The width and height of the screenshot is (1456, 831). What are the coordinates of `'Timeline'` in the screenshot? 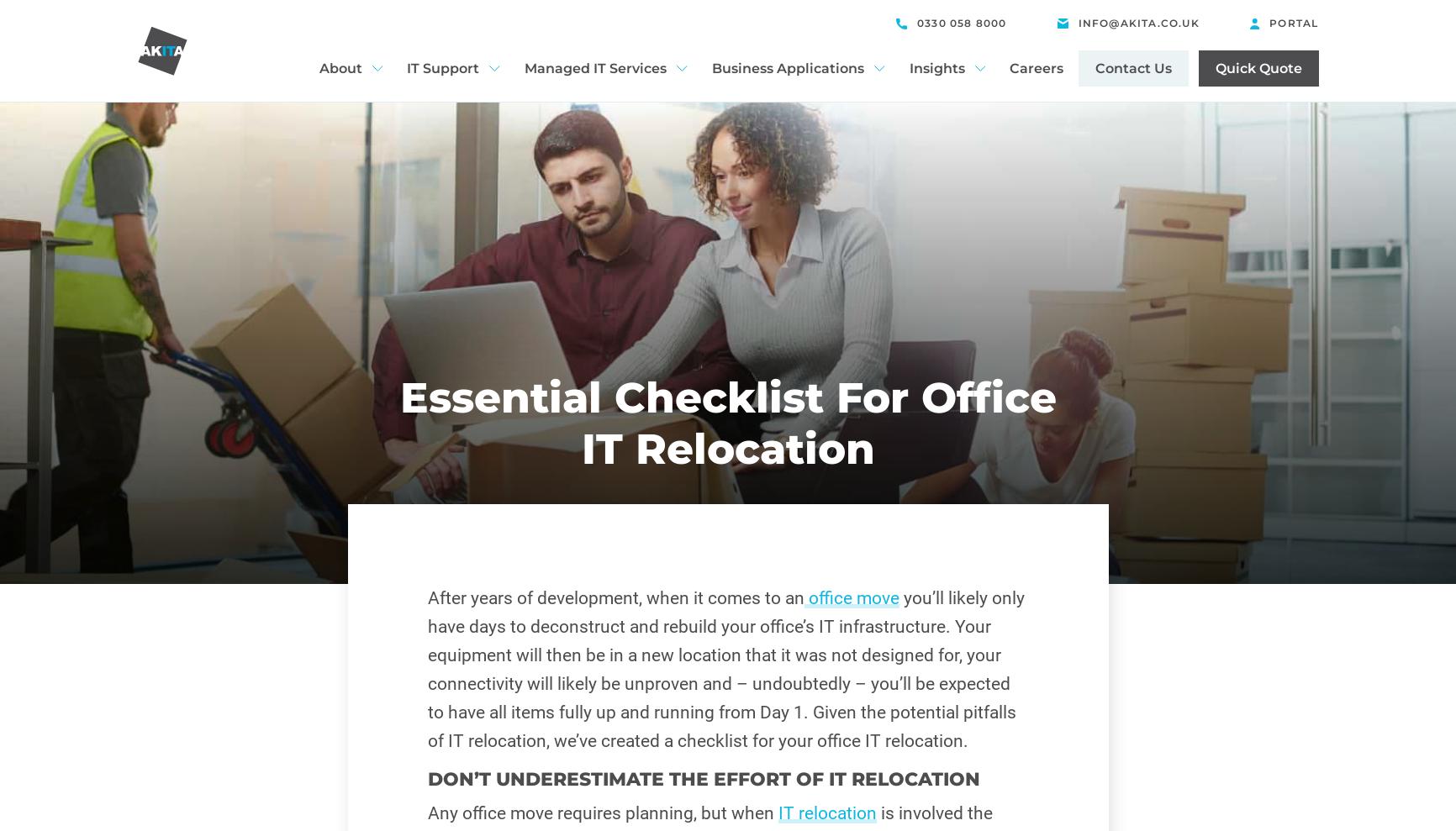 It's located at (351, 164).